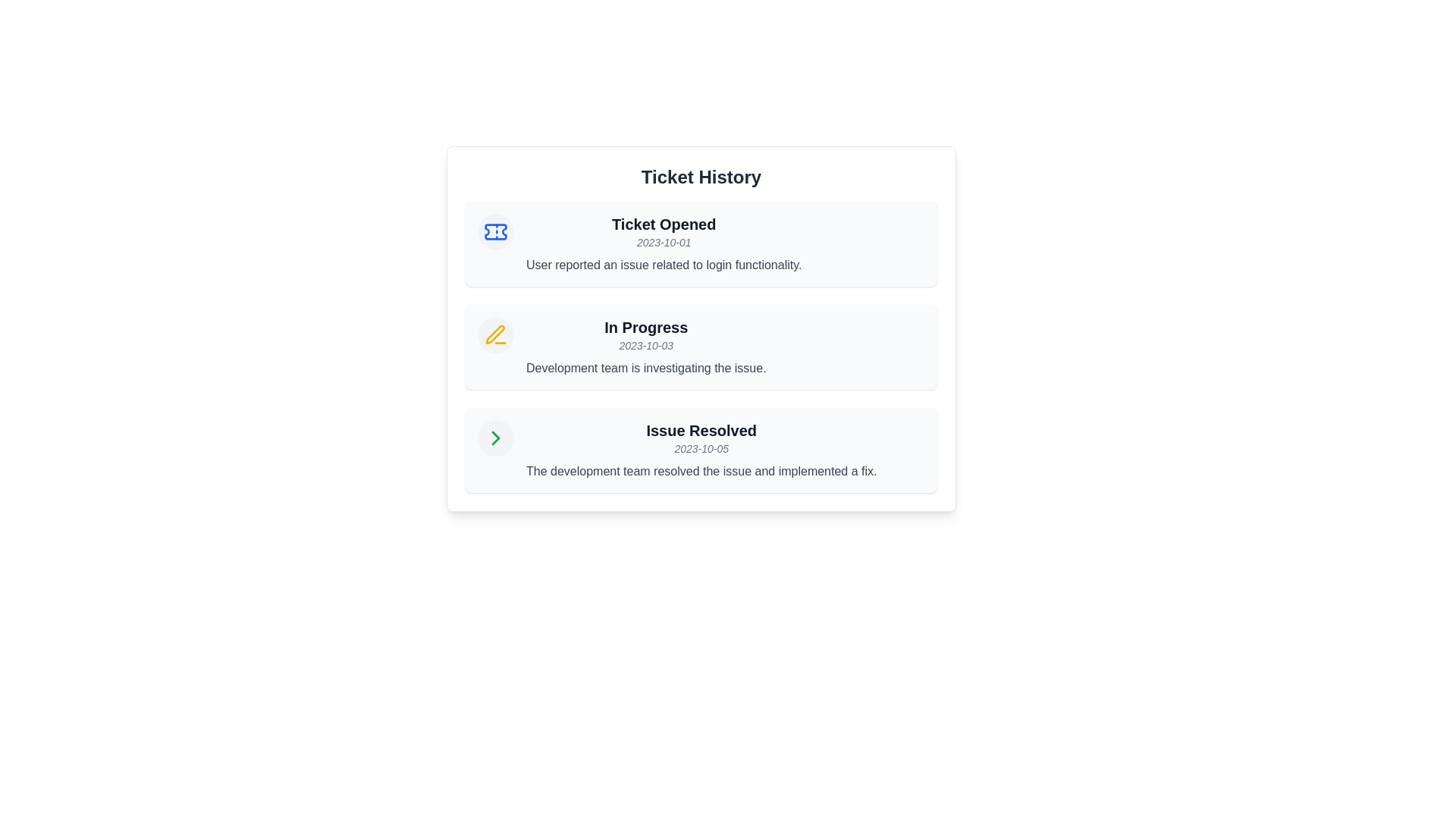  What do you see at coordinates (664, 243) in the screenshot?
I see `text content of the first entry in the 'Ticket History' list, which displays the ticket's details including its title, creation date, and a brief description of the issue` at bounding box center [664, 243].